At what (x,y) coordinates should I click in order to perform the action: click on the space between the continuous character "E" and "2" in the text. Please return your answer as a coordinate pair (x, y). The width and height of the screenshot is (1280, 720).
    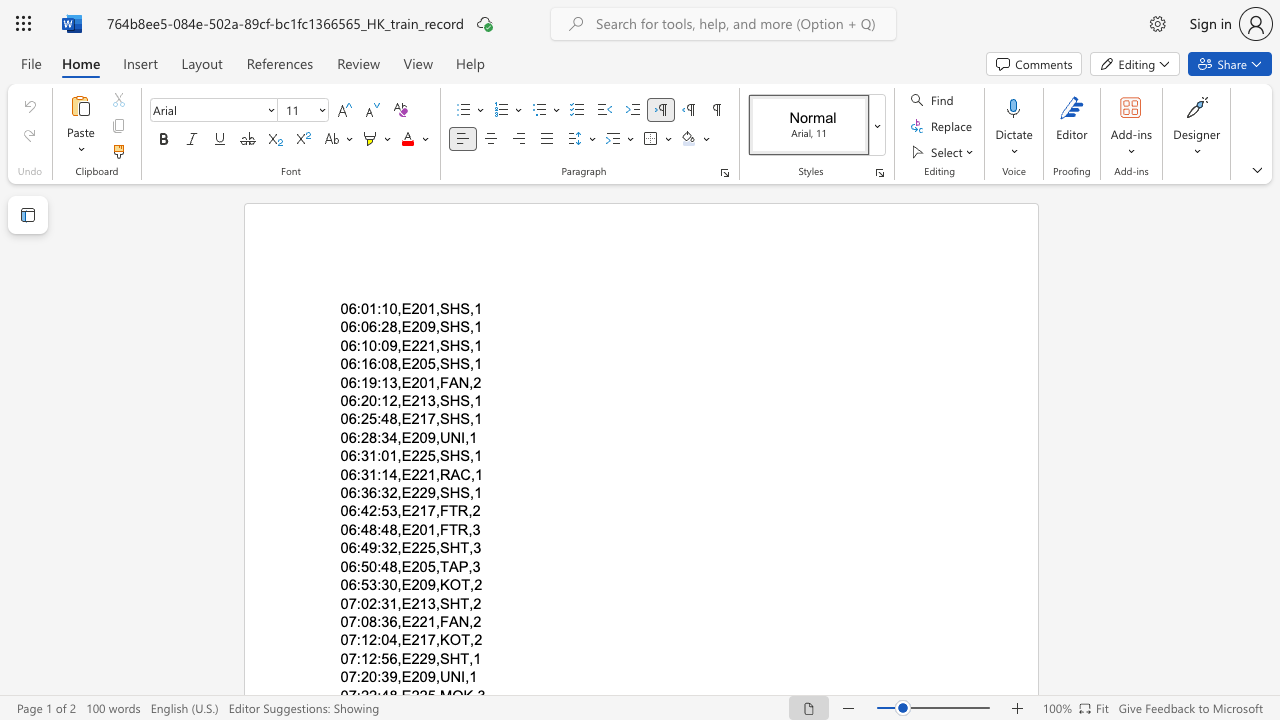
    Looking at the image, I should click on (410, 528).